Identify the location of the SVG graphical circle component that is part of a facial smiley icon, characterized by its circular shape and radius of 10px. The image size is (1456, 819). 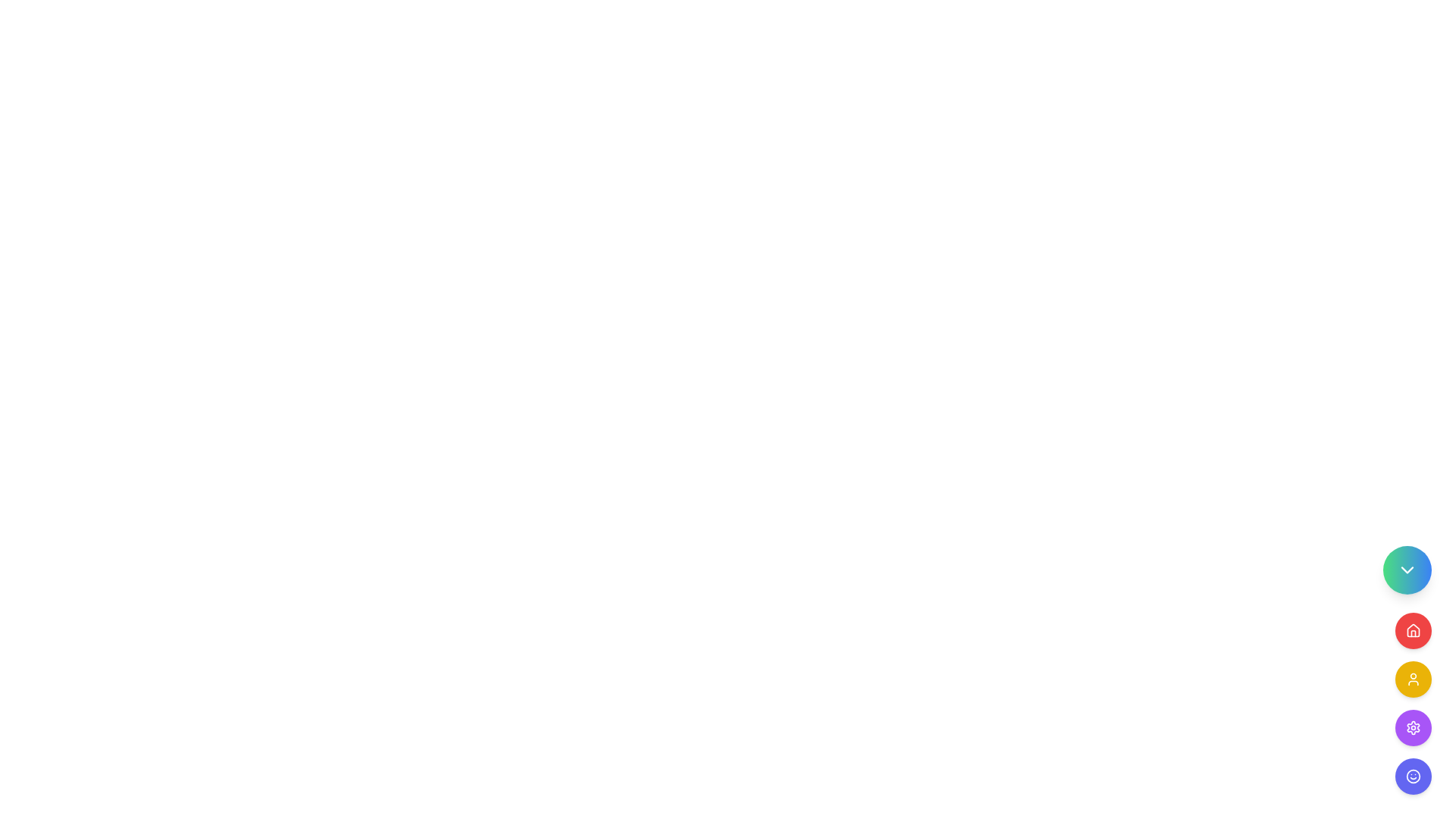
(1412, 776).